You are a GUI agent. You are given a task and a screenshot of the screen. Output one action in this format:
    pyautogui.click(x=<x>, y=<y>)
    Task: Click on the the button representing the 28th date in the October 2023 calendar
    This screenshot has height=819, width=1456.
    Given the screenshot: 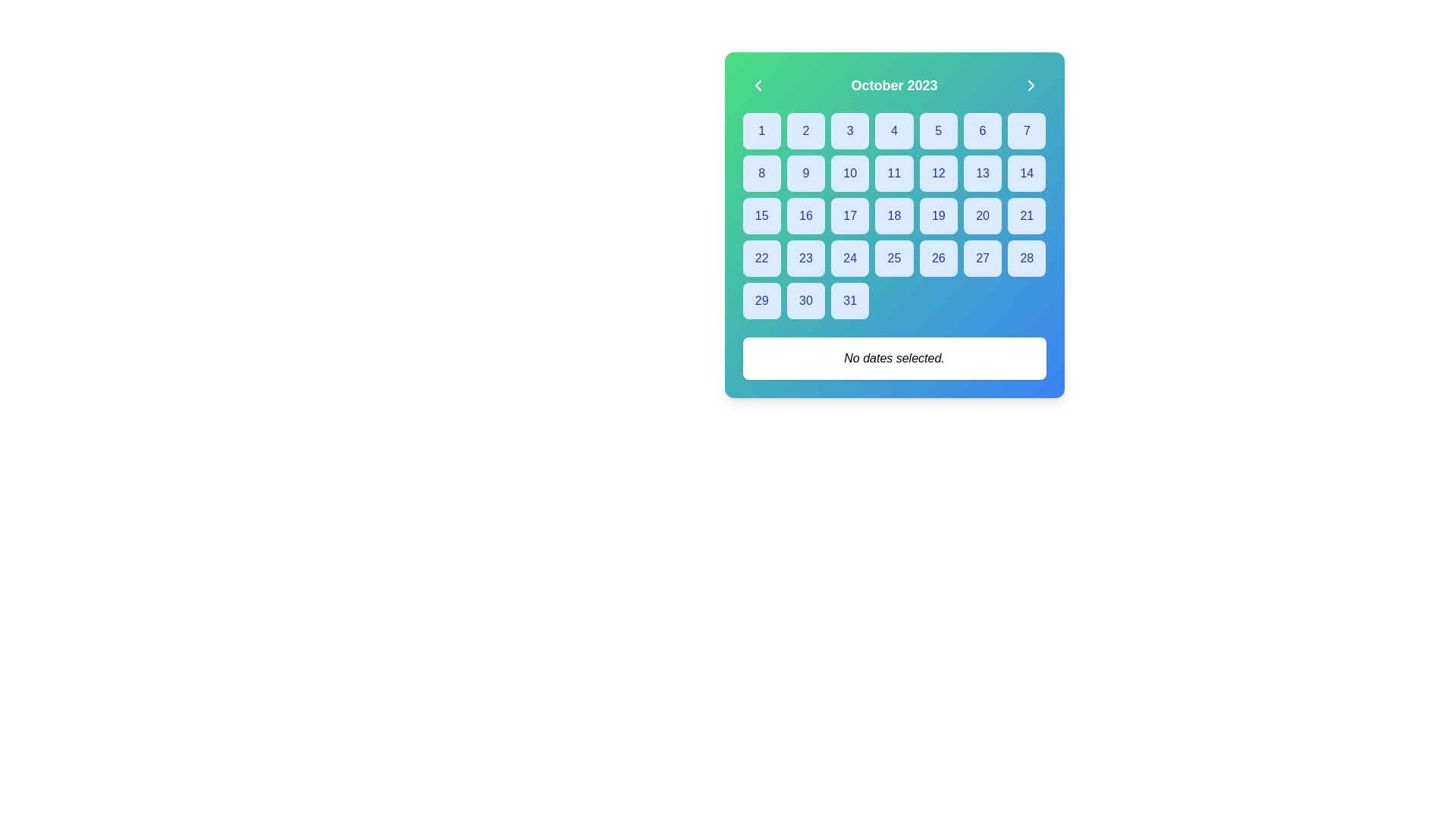 What is the action you would take?
    pyautogui.click(x=1027, y=257)
    